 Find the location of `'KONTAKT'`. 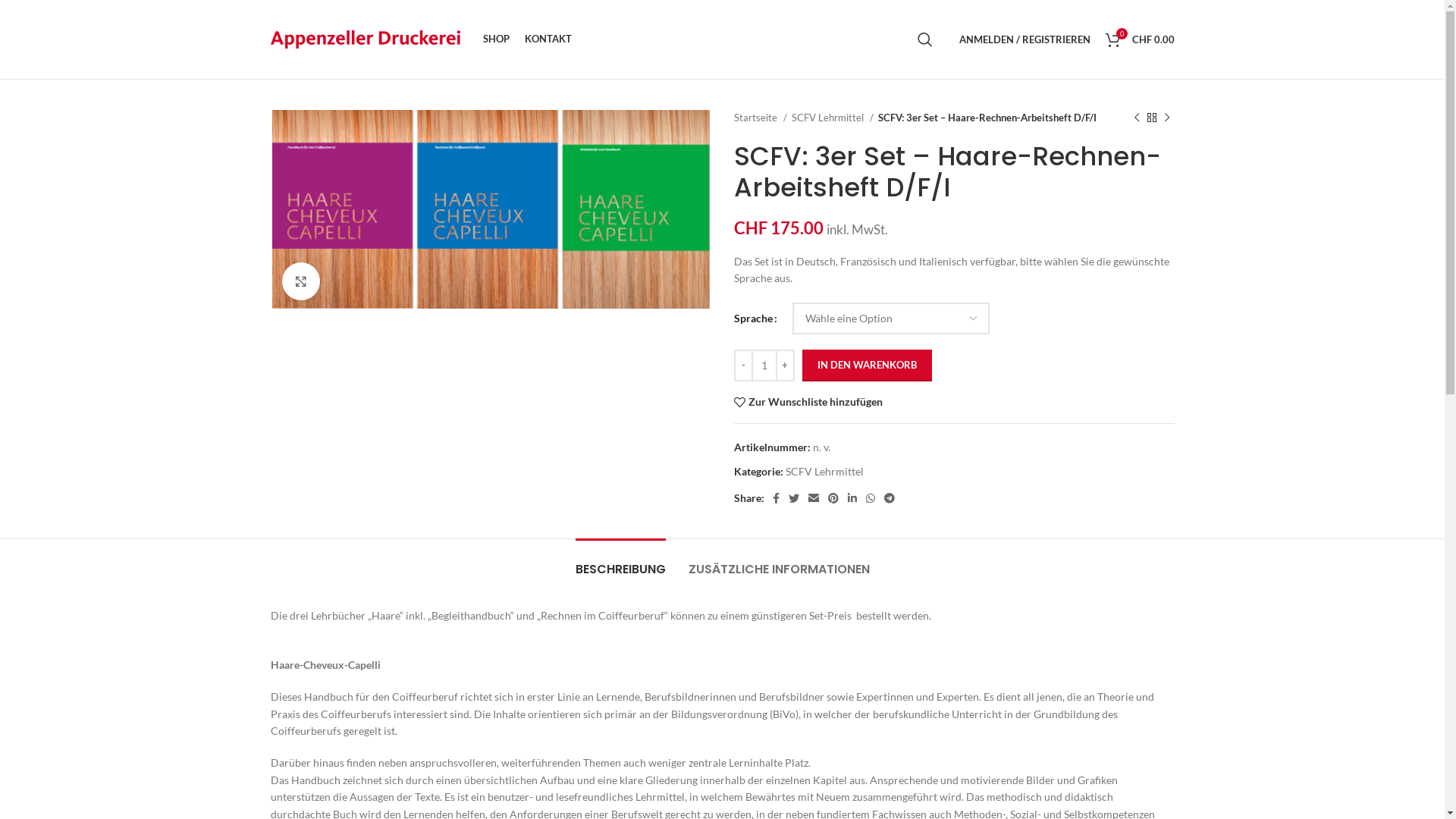

'KONTAKT' is located at coordinates (548, 38).